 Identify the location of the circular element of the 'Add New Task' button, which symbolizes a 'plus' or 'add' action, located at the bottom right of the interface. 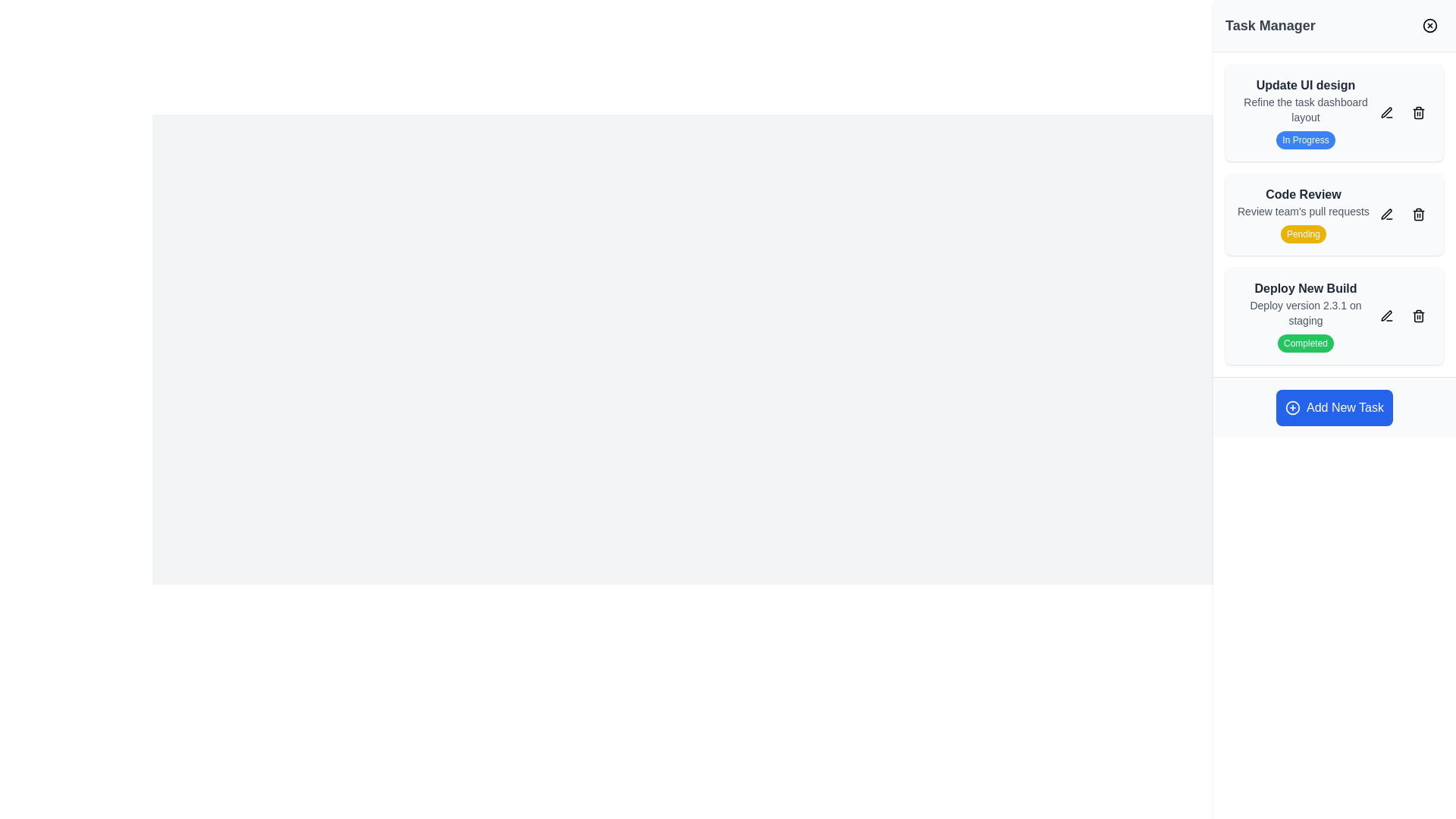
(1291, 406).